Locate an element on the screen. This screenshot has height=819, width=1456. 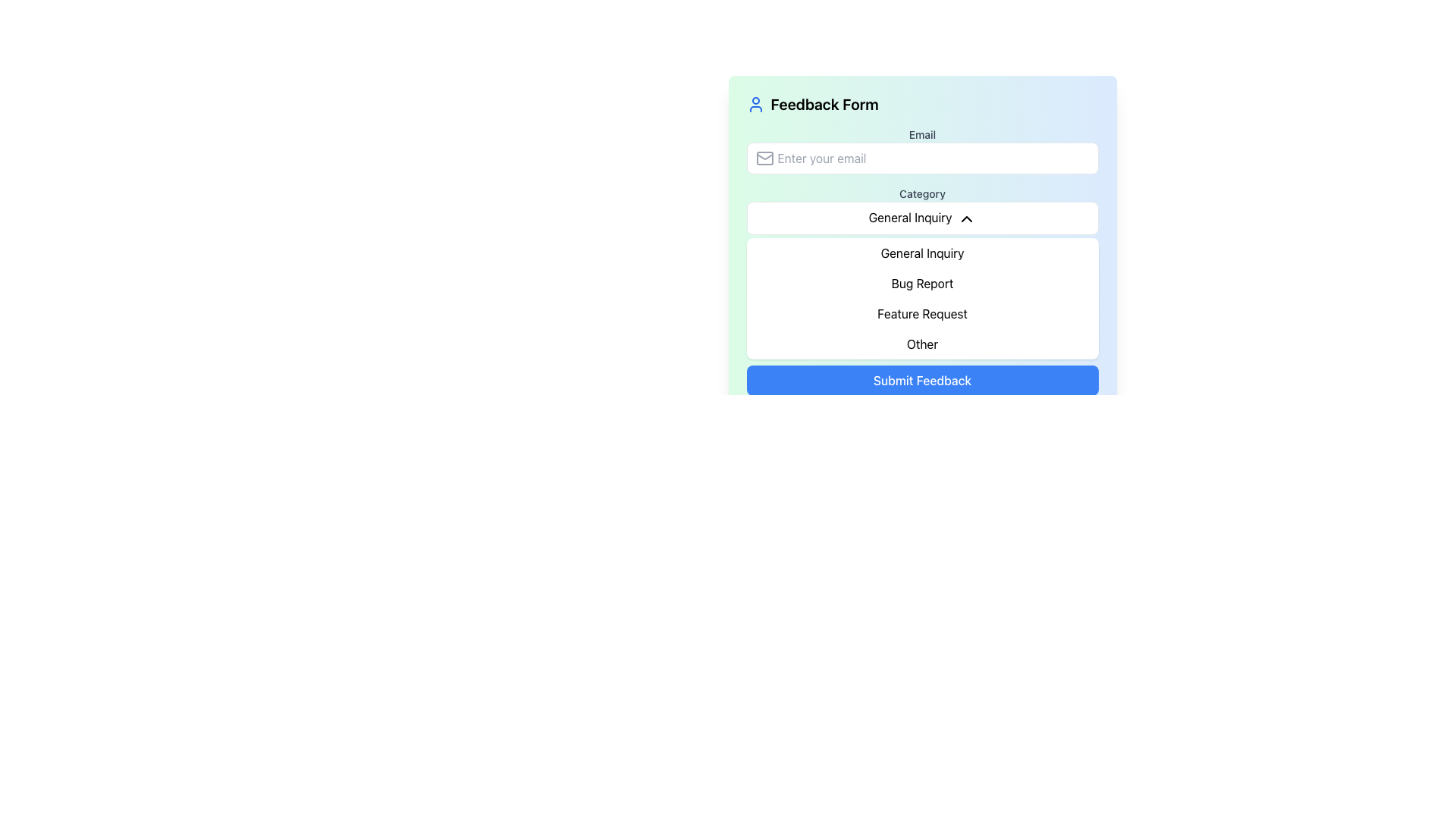
the dropdown menu displaying 'General Inquiry' in the feedback form is located at coordinates (921, 226).